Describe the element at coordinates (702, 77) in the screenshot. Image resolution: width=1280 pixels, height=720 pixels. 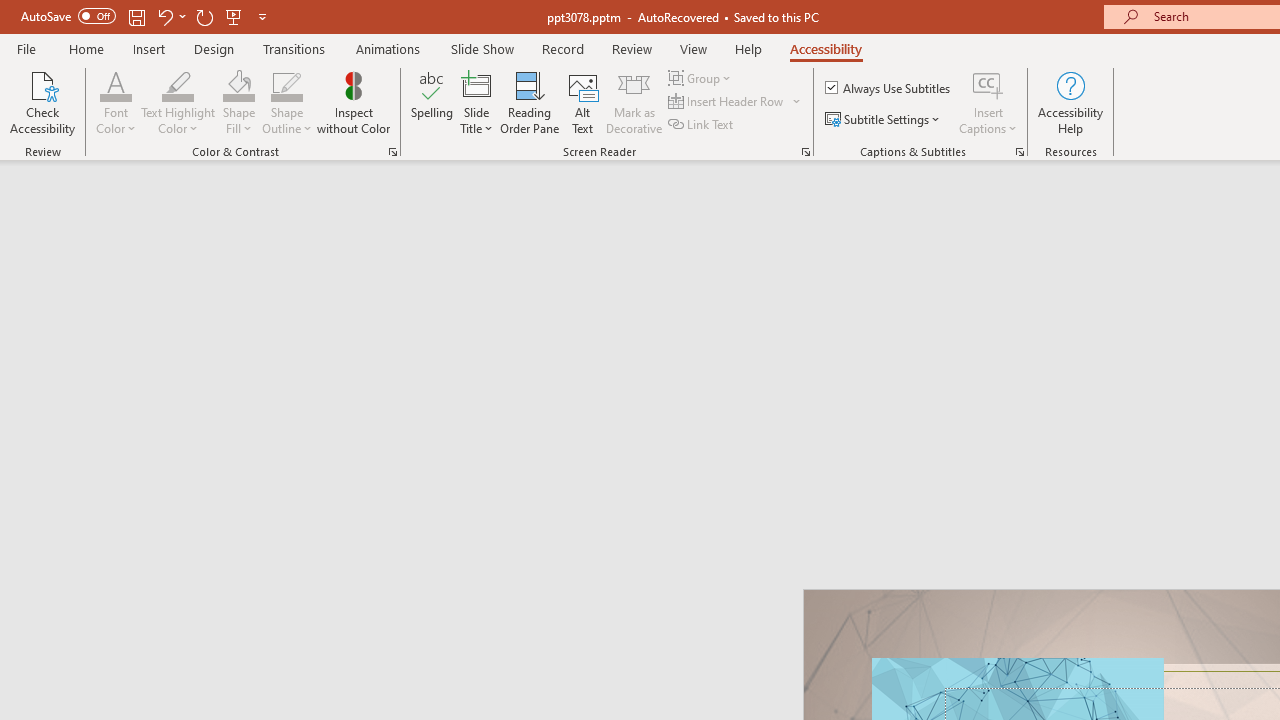
I see `'Group'` at that location.